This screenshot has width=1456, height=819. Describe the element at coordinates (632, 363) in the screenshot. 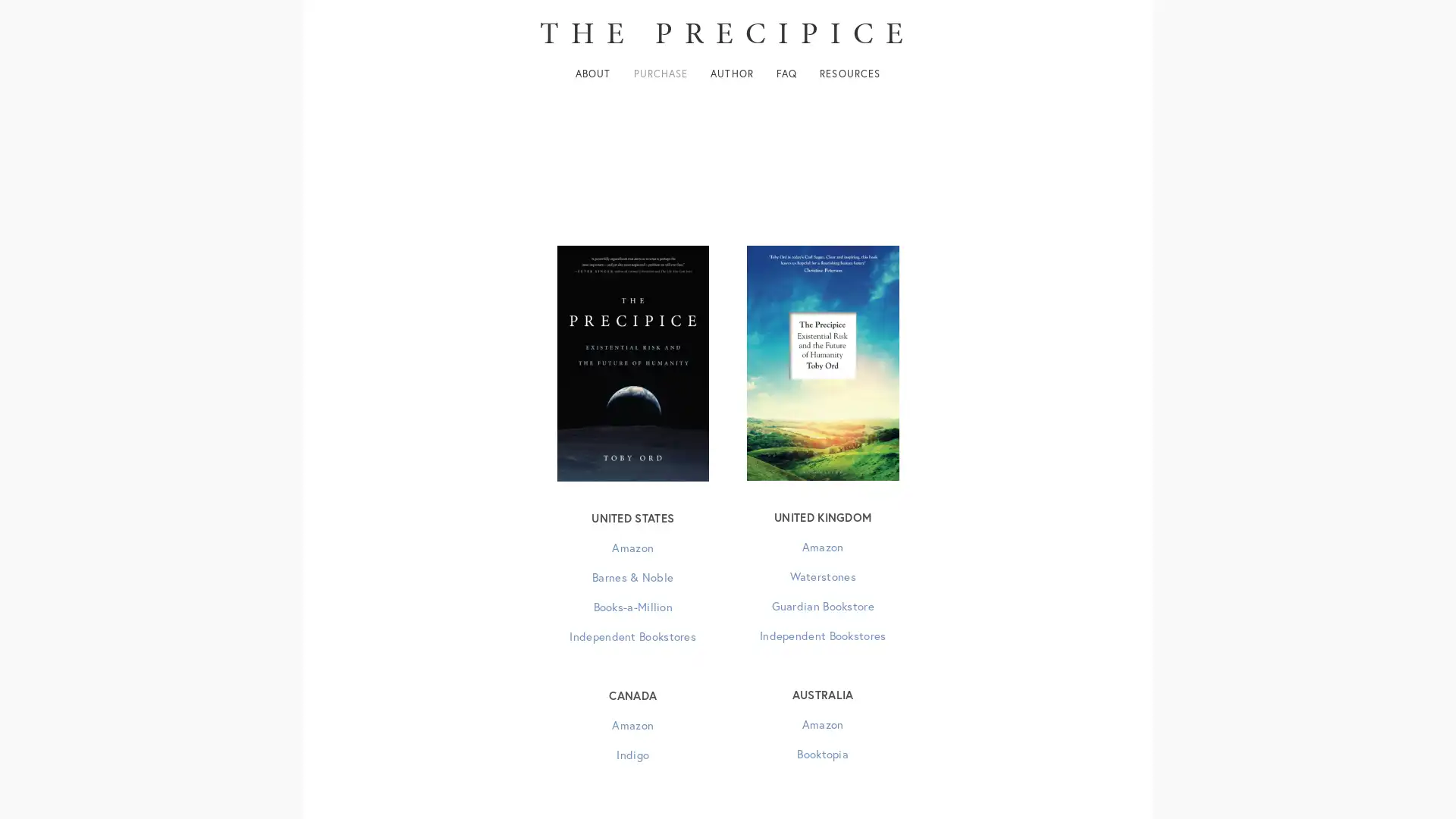

I see `View fullsize US edition` at that location.